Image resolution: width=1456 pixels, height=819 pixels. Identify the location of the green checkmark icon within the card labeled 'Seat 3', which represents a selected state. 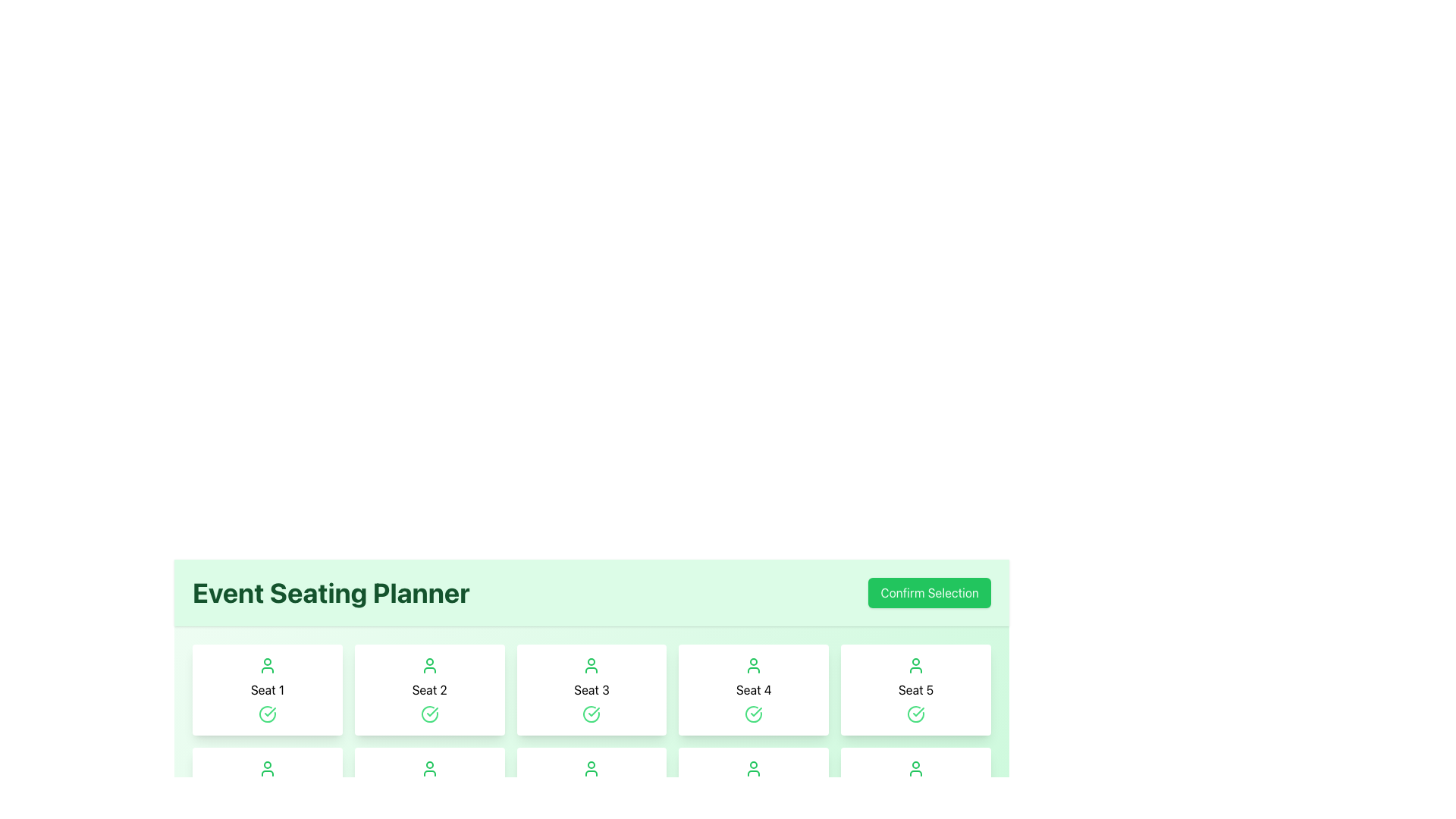
(591, 714).